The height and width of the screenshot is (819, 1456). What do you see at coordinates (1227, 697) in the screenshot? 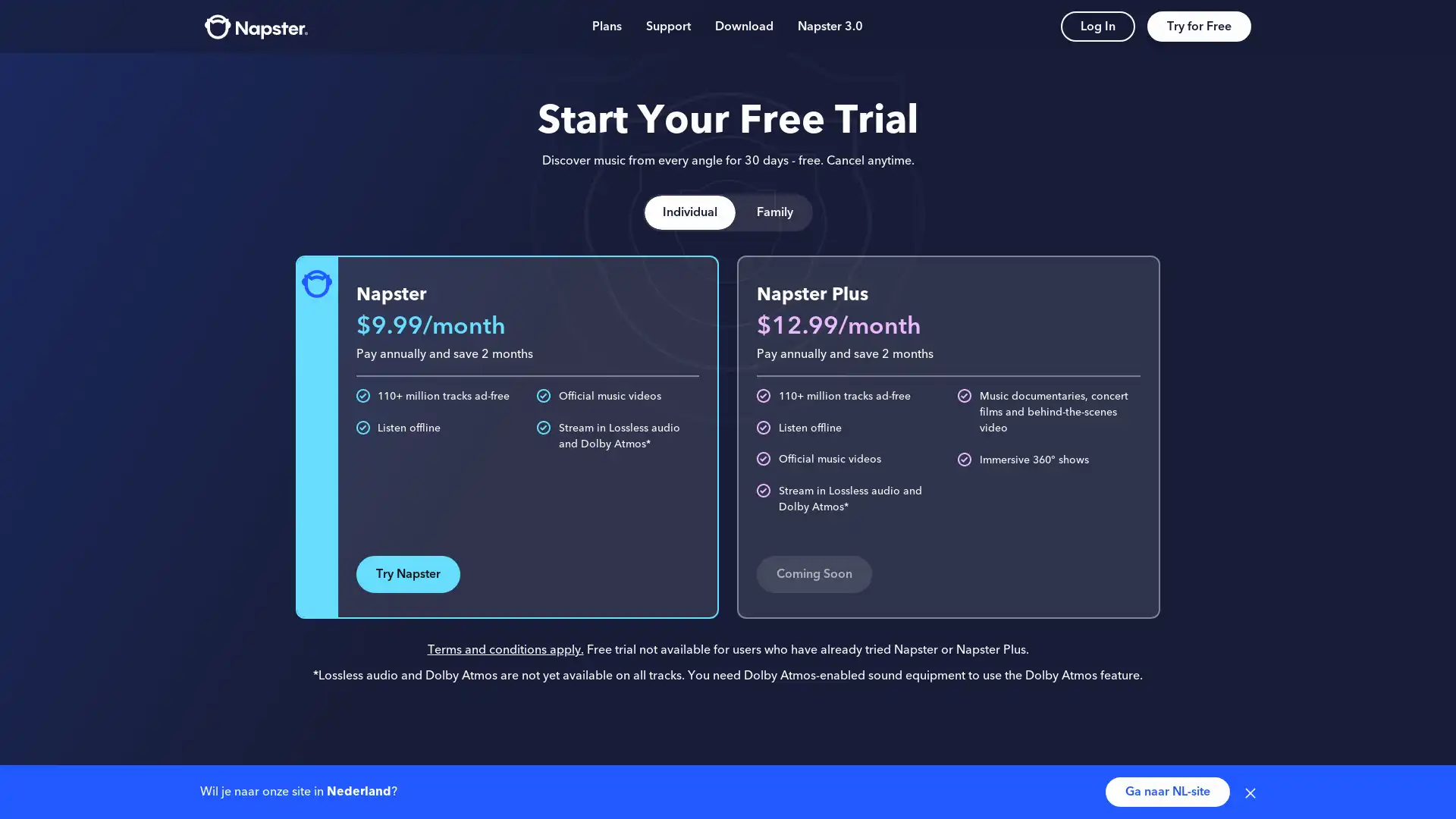
I see `Settings` at bounding box center [1227, 697].